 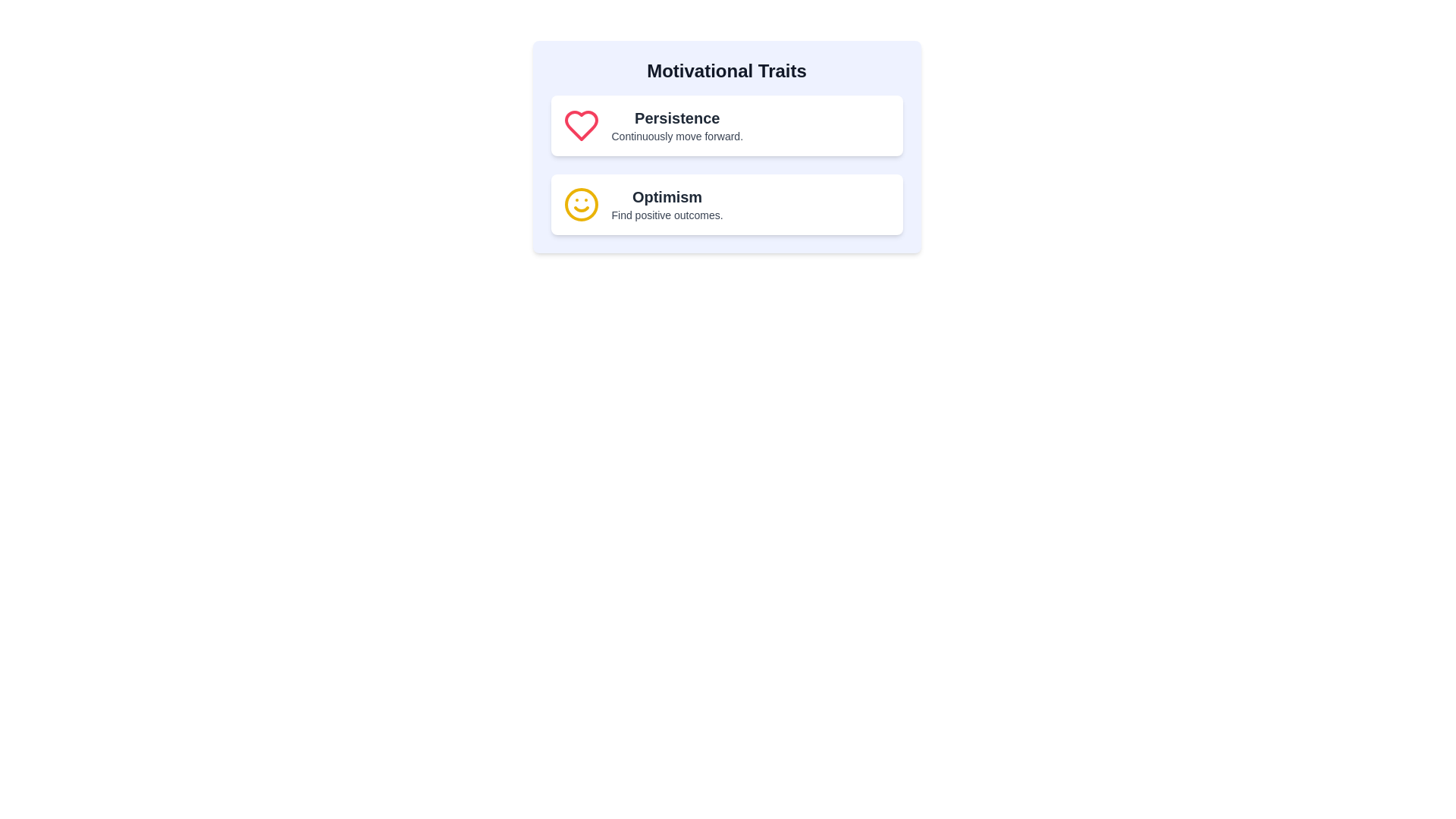 What do you see at coordinates (667, 196) in the screenshot?
I see `the text component displaying 'Optimism' in bold dark gray font, located in the bottom trait card under the title 'Motivational Traits'` at bounding box center [667, 196].